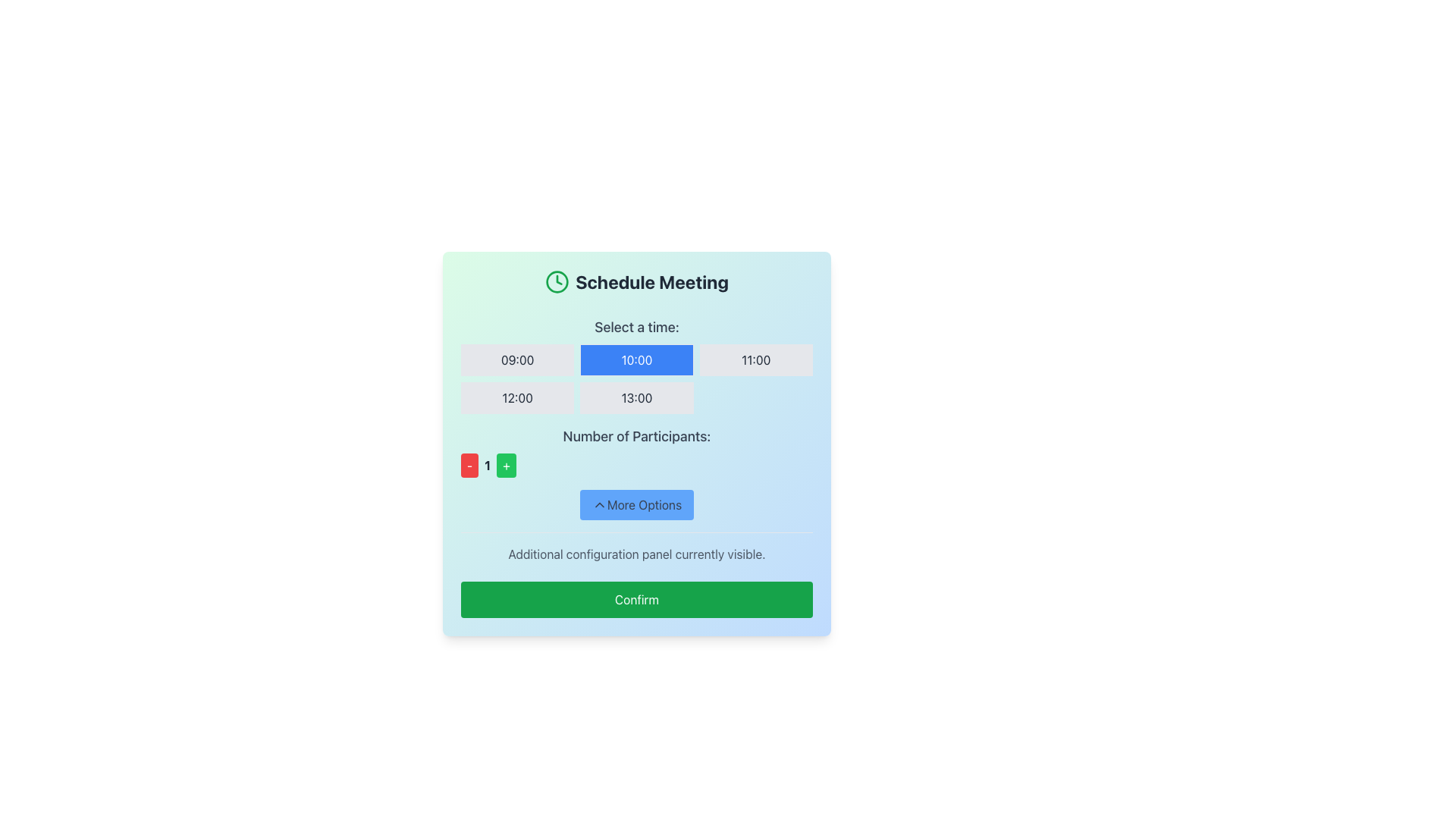 This screenshot has width=1456, height=819. I want to click on the static text label displaying 'Additional configuration panel currently visible.' which is located above the 'Confirm' button and below the 'More Options' button in the dialog interface, so click(637, 548).